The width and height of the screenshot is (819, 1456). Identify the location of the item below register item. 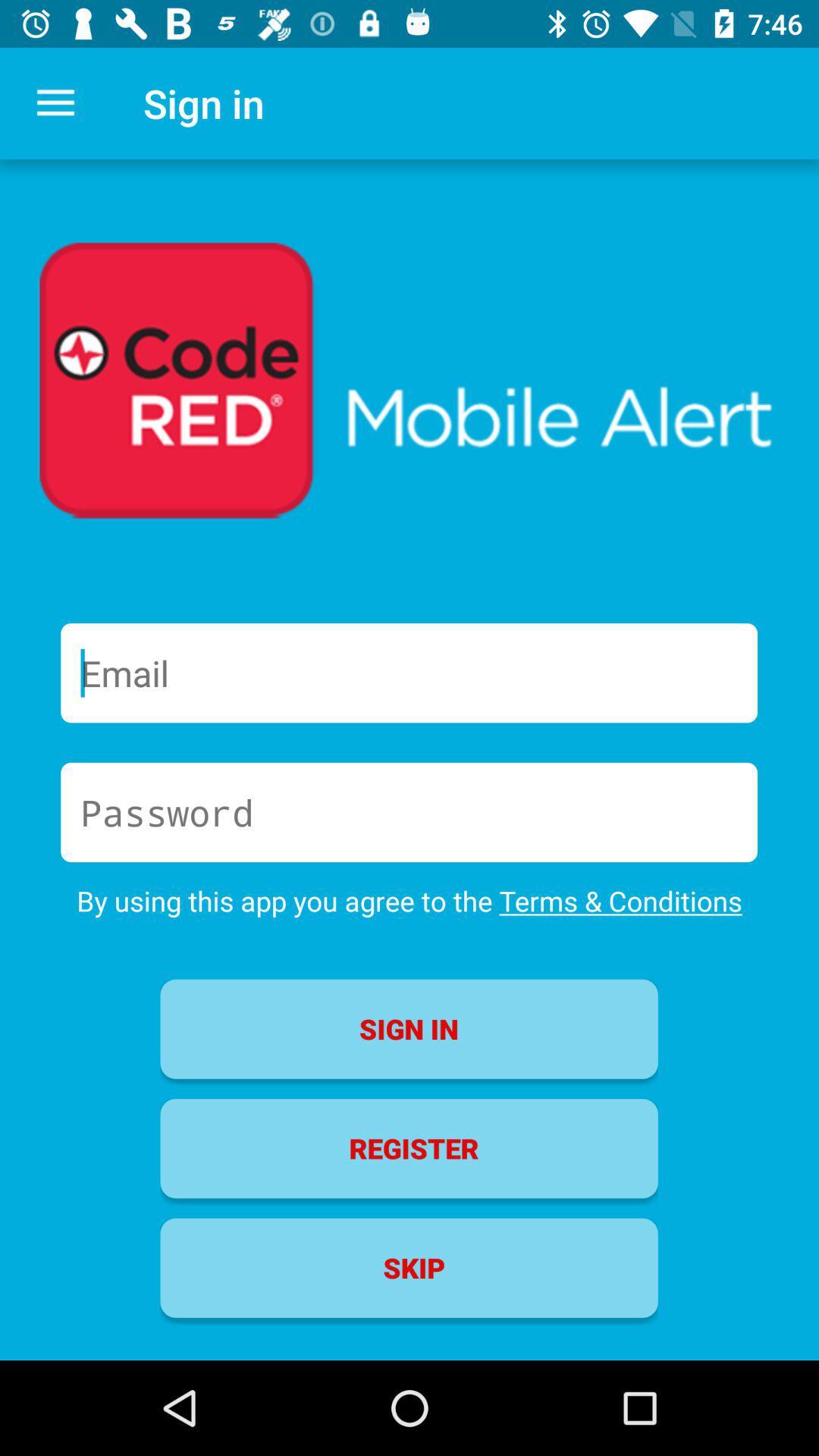
(408, 1268).